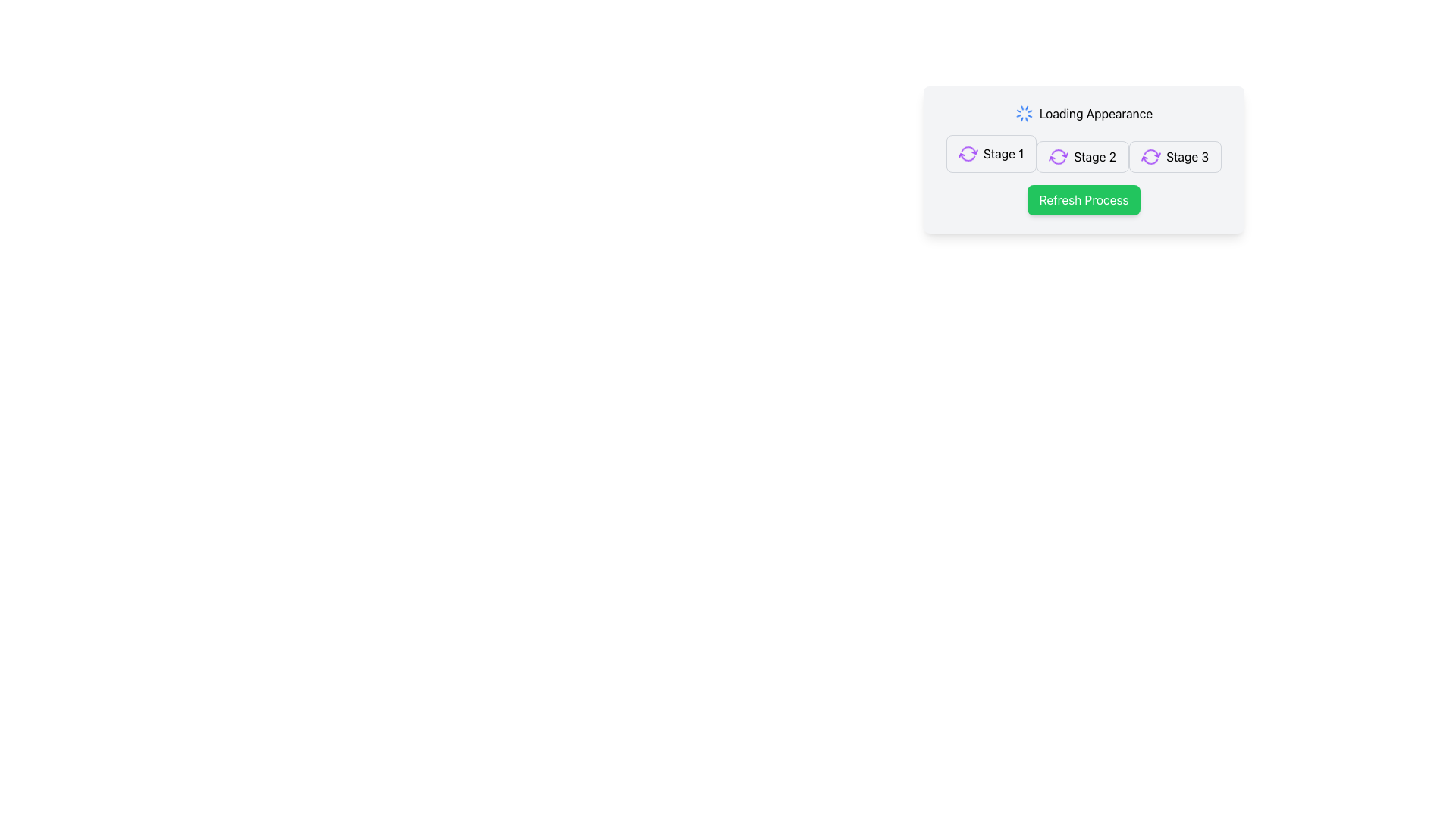 The width and height of the screenshot is (1456, 819). What do you see at coordinates (1083, 199) in the screenshot?
I see `the green rectangular button labeled 'Refresh Process' to observe its hover effects` at bounding box center [1083, 199].